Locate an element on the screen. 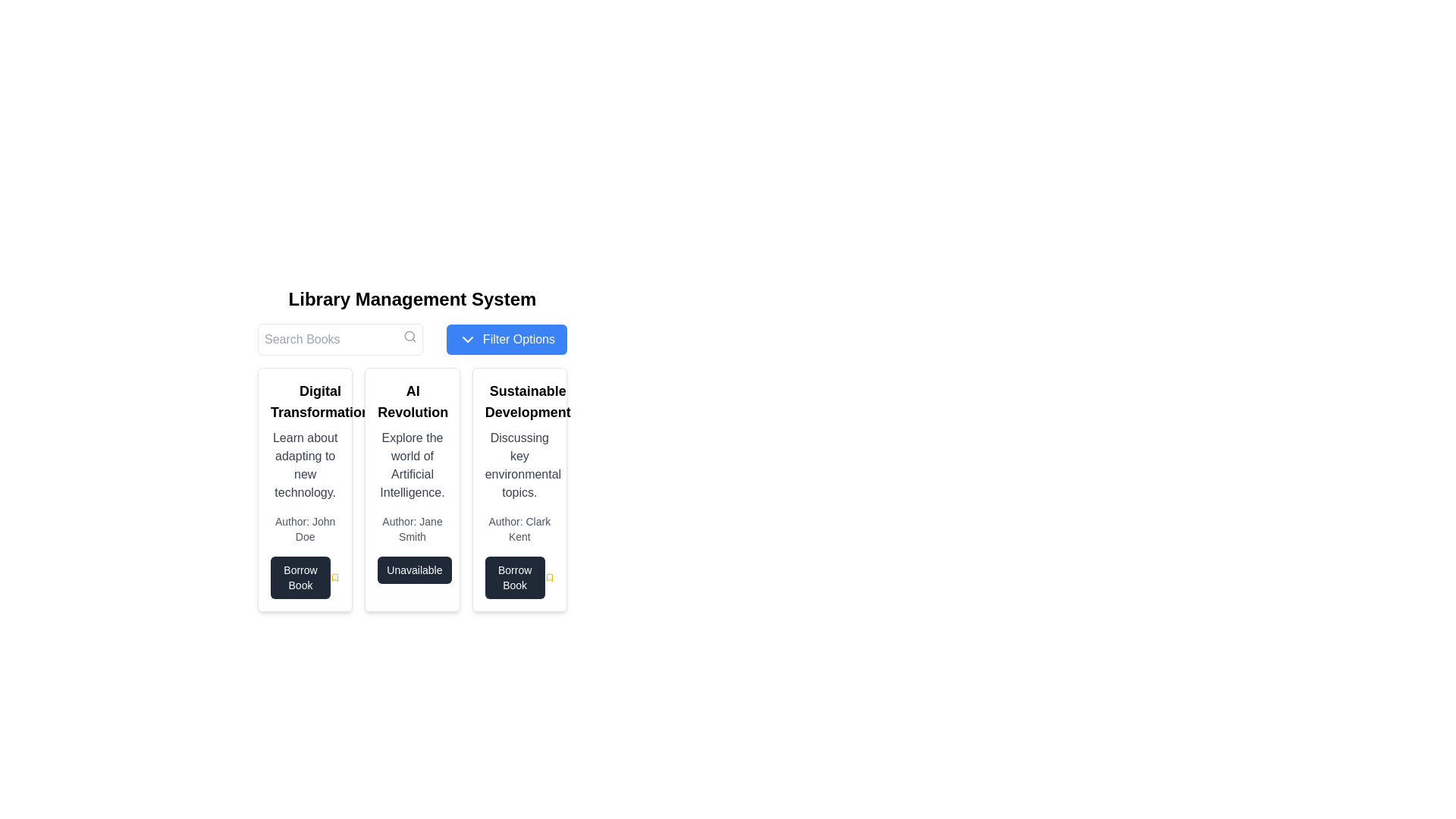  the borrow button located in the first column beneath the text 'Digital Transformation' is located at coordinates (300, 578).